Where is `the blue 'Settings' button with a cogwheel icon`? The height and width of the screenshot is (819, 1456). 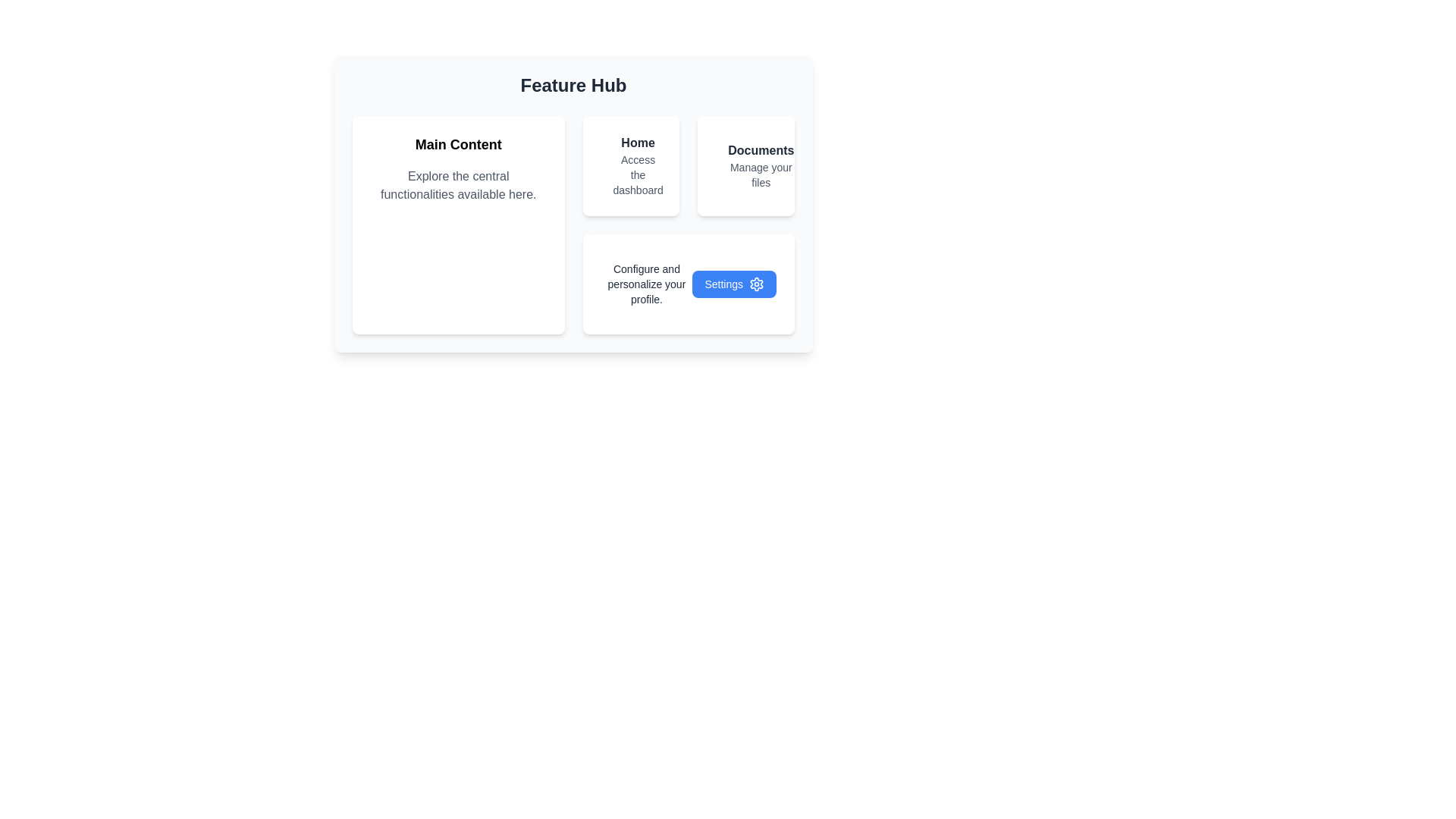
the blue 'Settings' button with a cogwheel icon is located at coordinates (734, 284).